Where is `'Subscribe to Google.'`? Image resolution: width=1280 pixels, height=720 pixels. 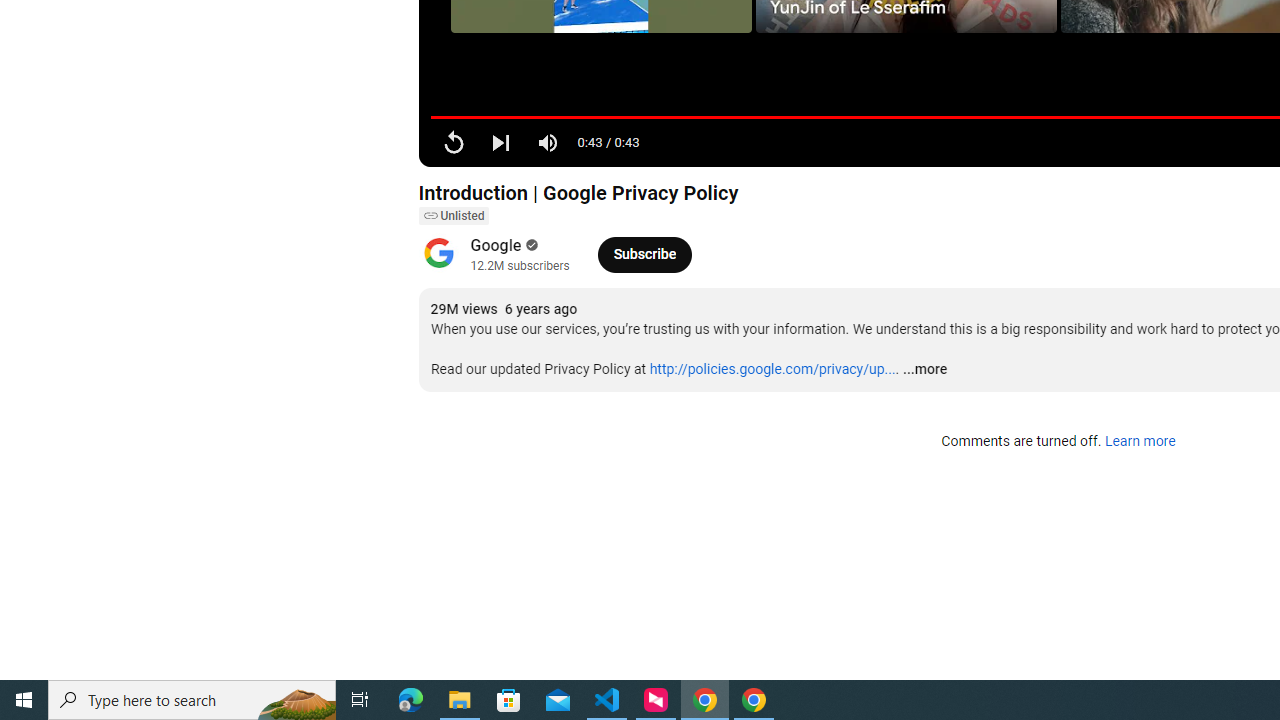 'Subscribe to Google.' is located at coordinates (644, 253).